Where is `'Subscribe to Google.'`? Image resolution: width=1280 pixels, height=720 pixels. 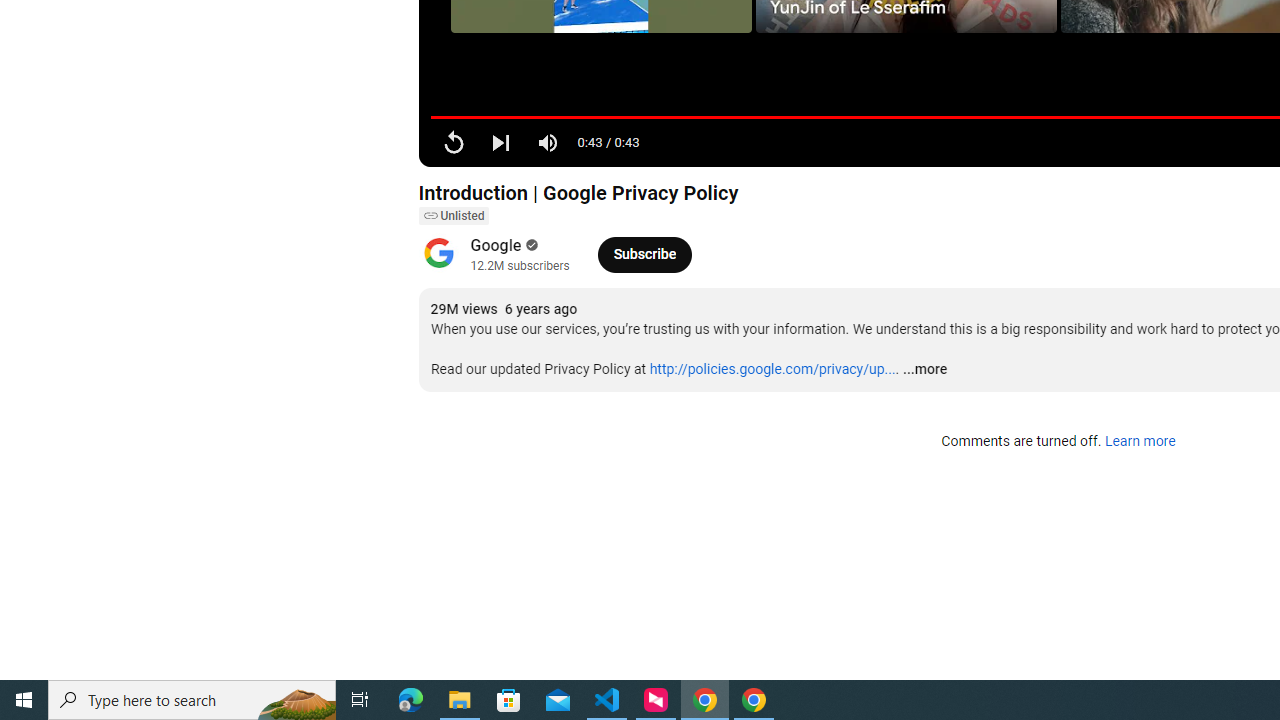 'Subscribe to Google.' is located at coordinates (644, 253).